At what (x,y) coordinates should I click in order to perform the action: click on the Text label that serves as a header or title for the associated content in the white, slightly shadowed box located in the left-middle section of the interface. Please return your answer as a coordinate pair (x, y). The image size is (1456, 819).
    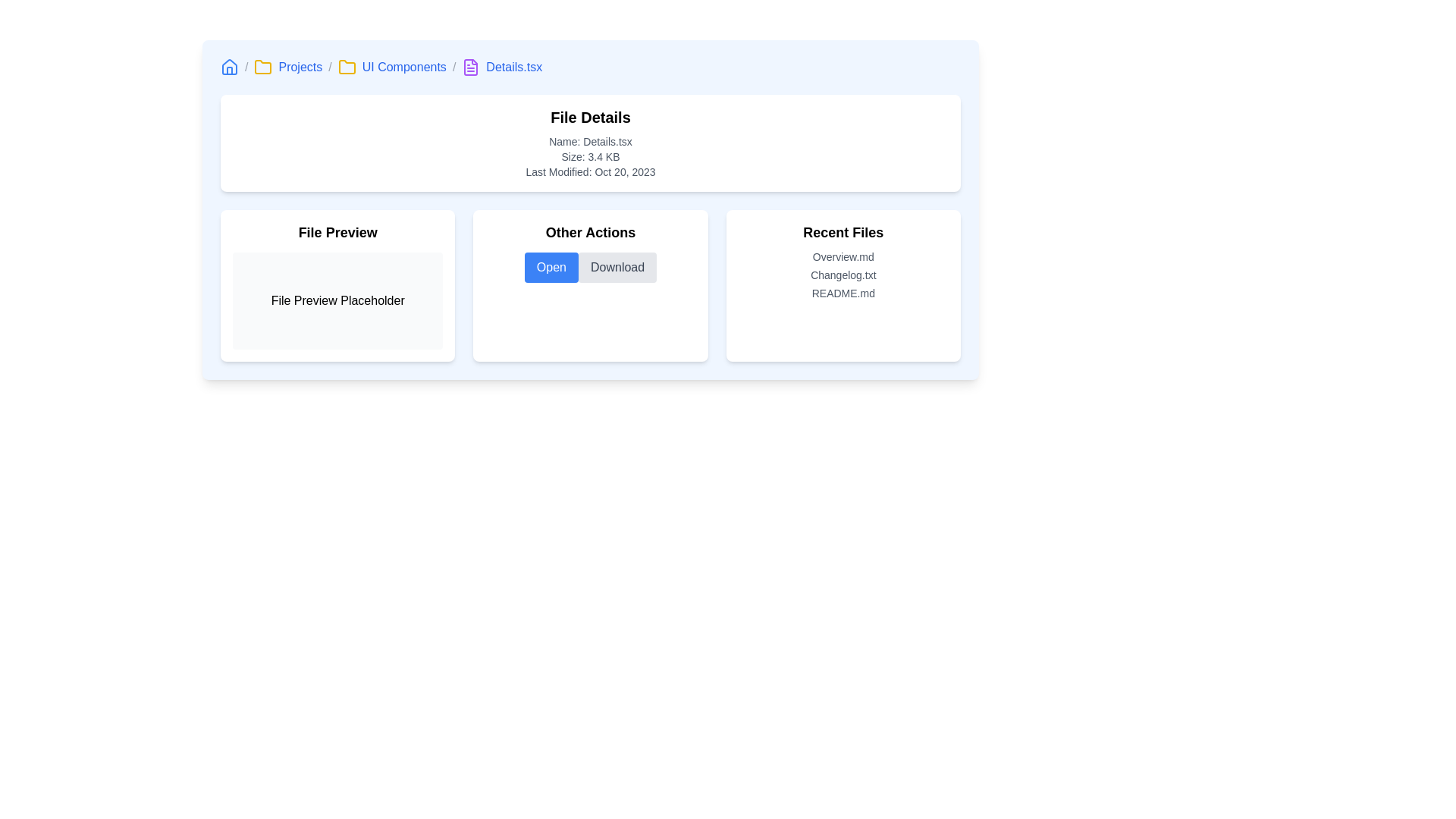
    Looking at the image, I should click on (337, 233).